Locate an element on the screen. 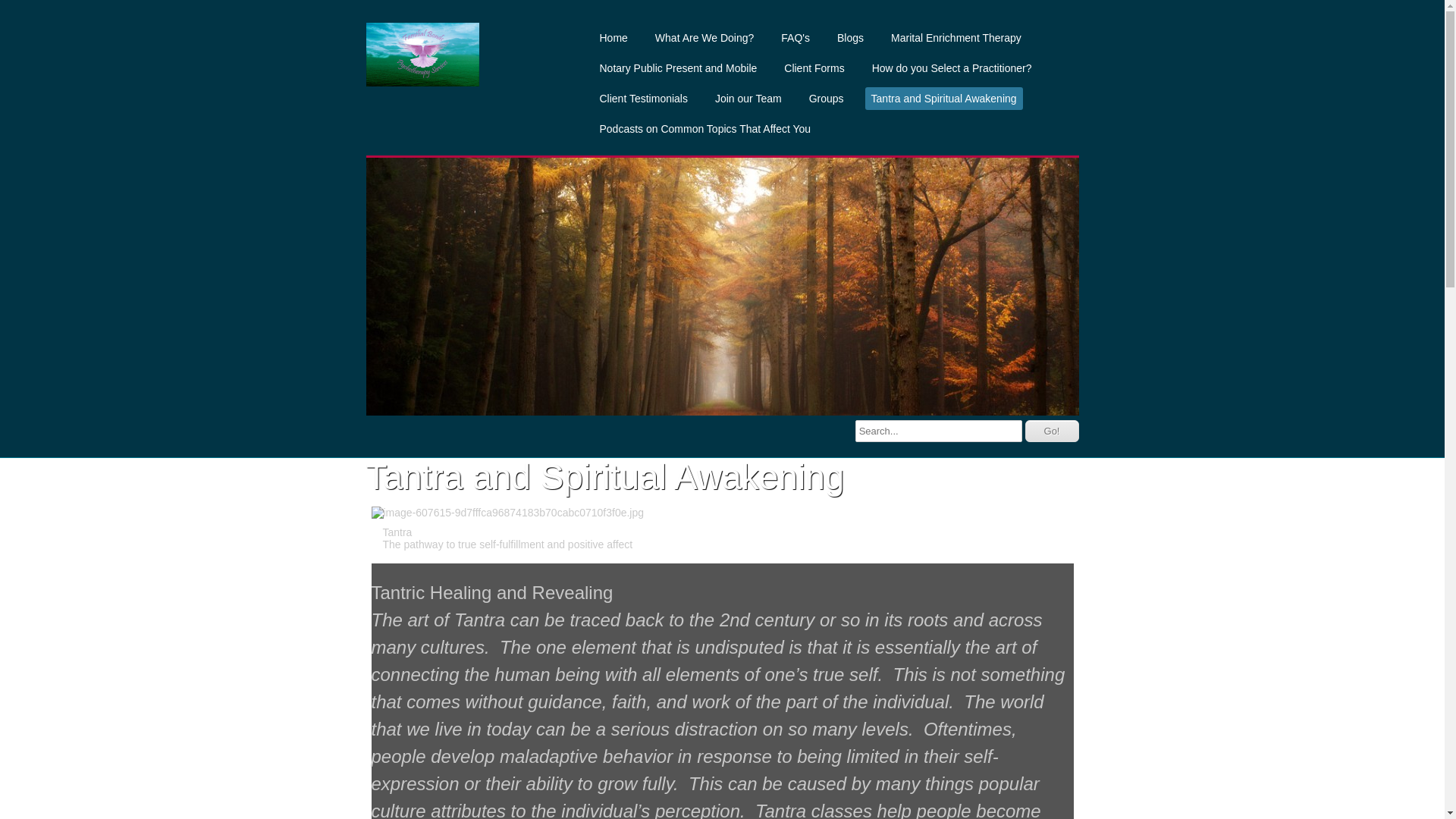  'Notary Public Present and Mobile' is located at coordinates (592, 67).